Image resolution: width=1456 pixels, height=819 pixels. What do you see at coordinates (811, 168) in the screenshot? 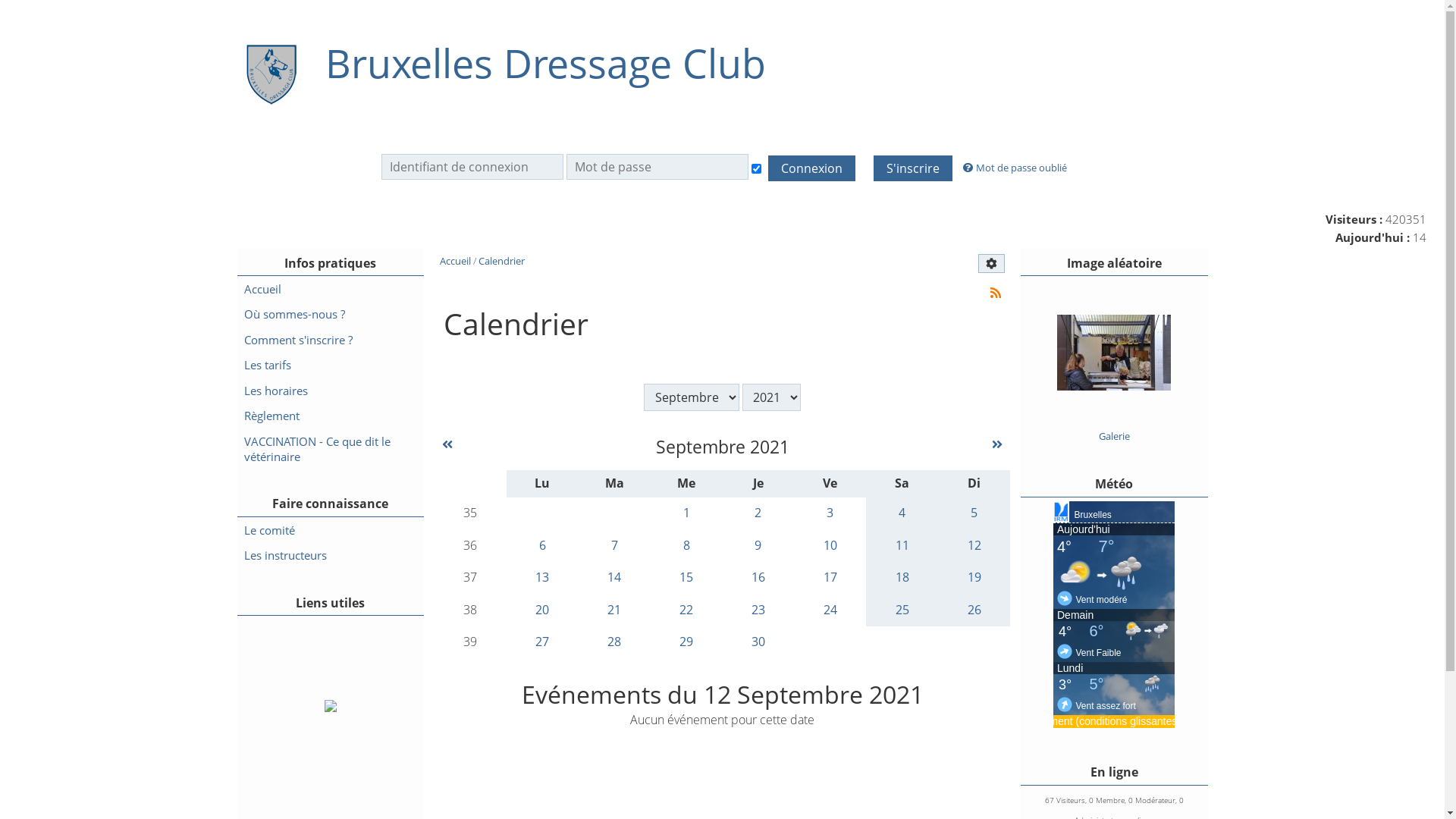
I see `'Connexion'` at bounding box center [811, 168].